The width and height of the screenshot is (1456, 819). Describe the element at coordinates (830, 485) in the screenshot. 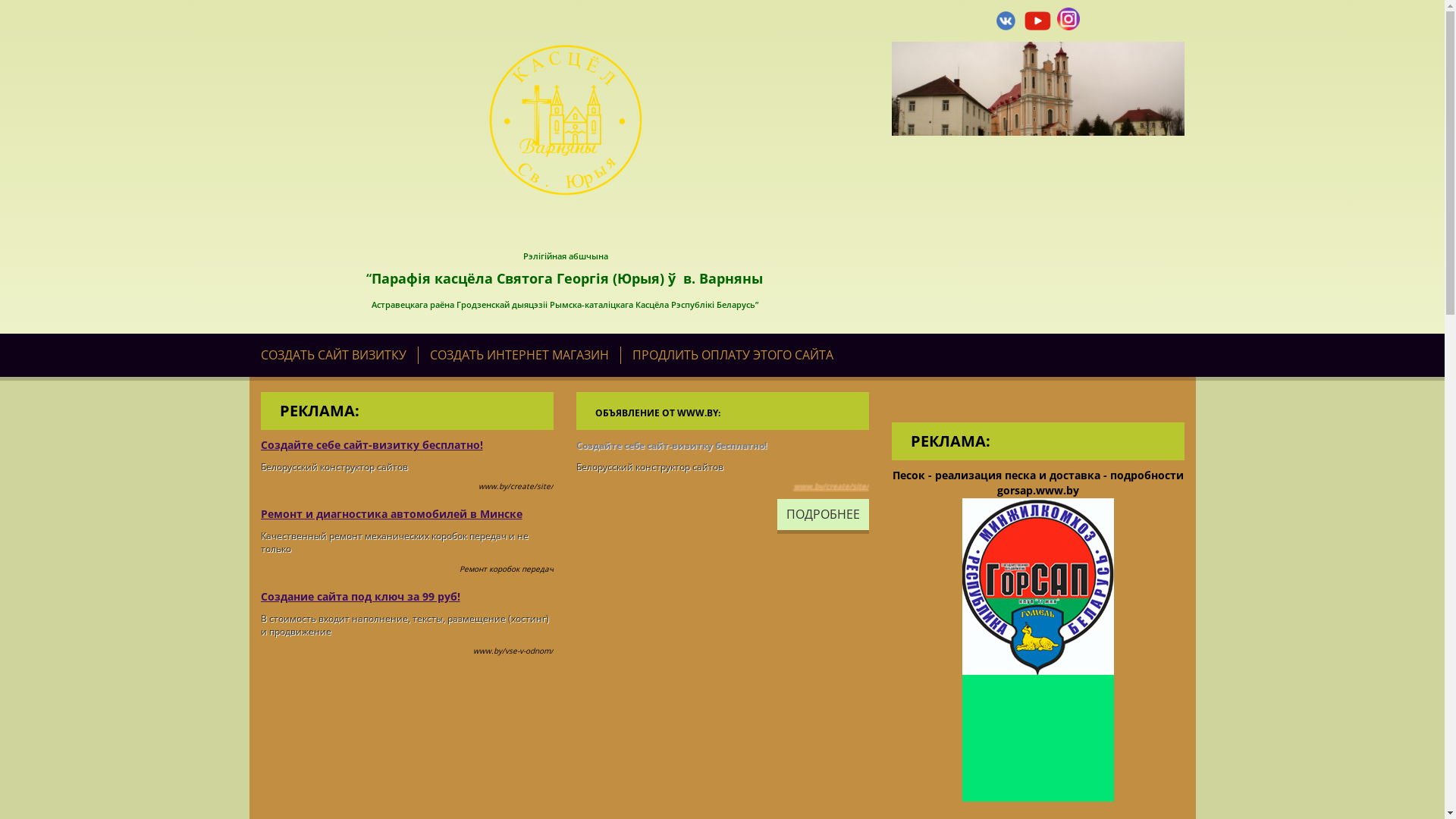

I see `'www.by/create/site/'` at that location.